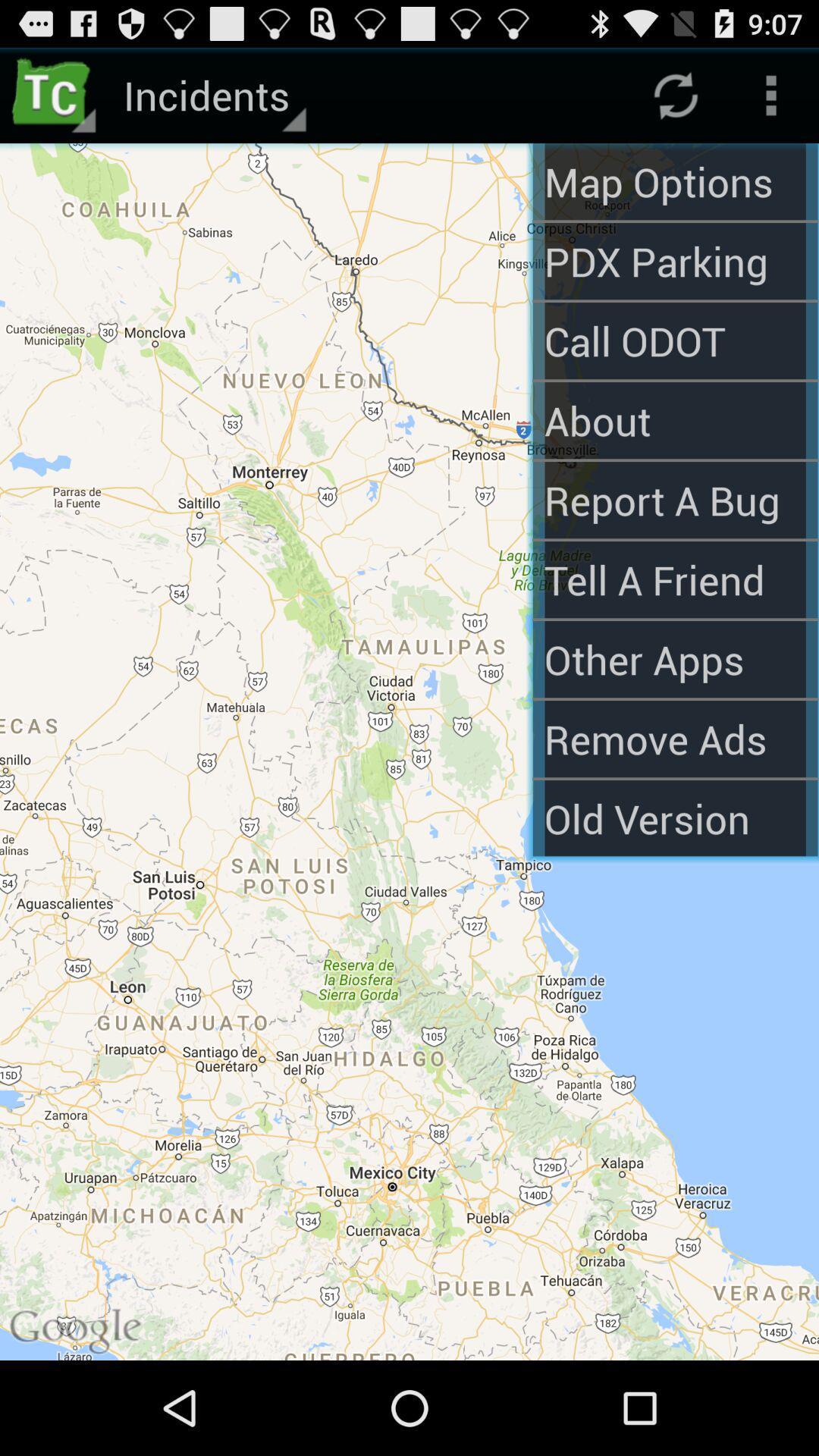  What do you see at coordinates (55, 94) in the screenshot?
I see `the app to the left of incidents icon` at bounding box center [55, 94].